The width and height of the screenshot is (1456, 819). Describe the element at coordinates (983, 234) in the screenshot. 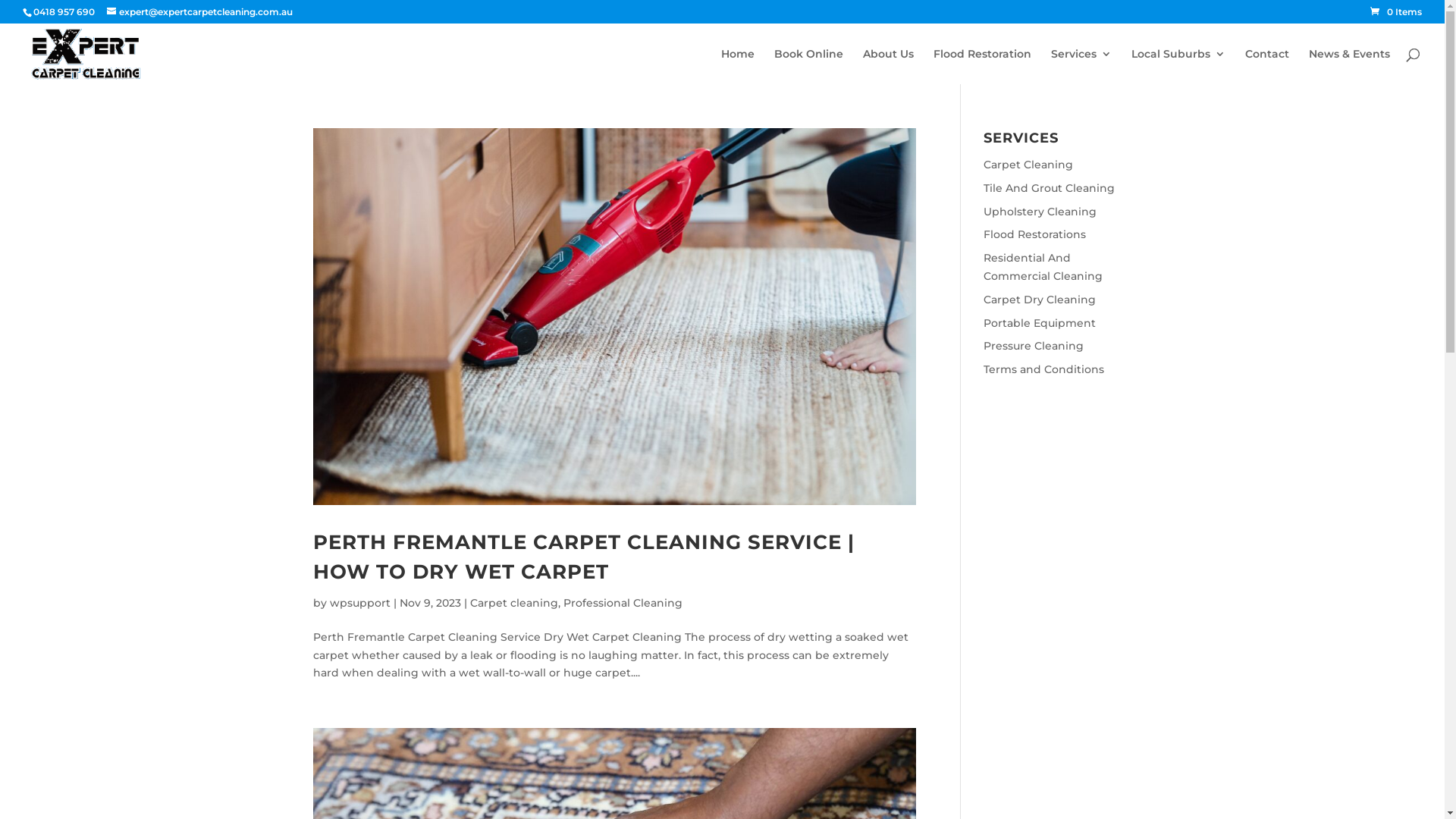

I see `'Flood Restorations'` at that location.